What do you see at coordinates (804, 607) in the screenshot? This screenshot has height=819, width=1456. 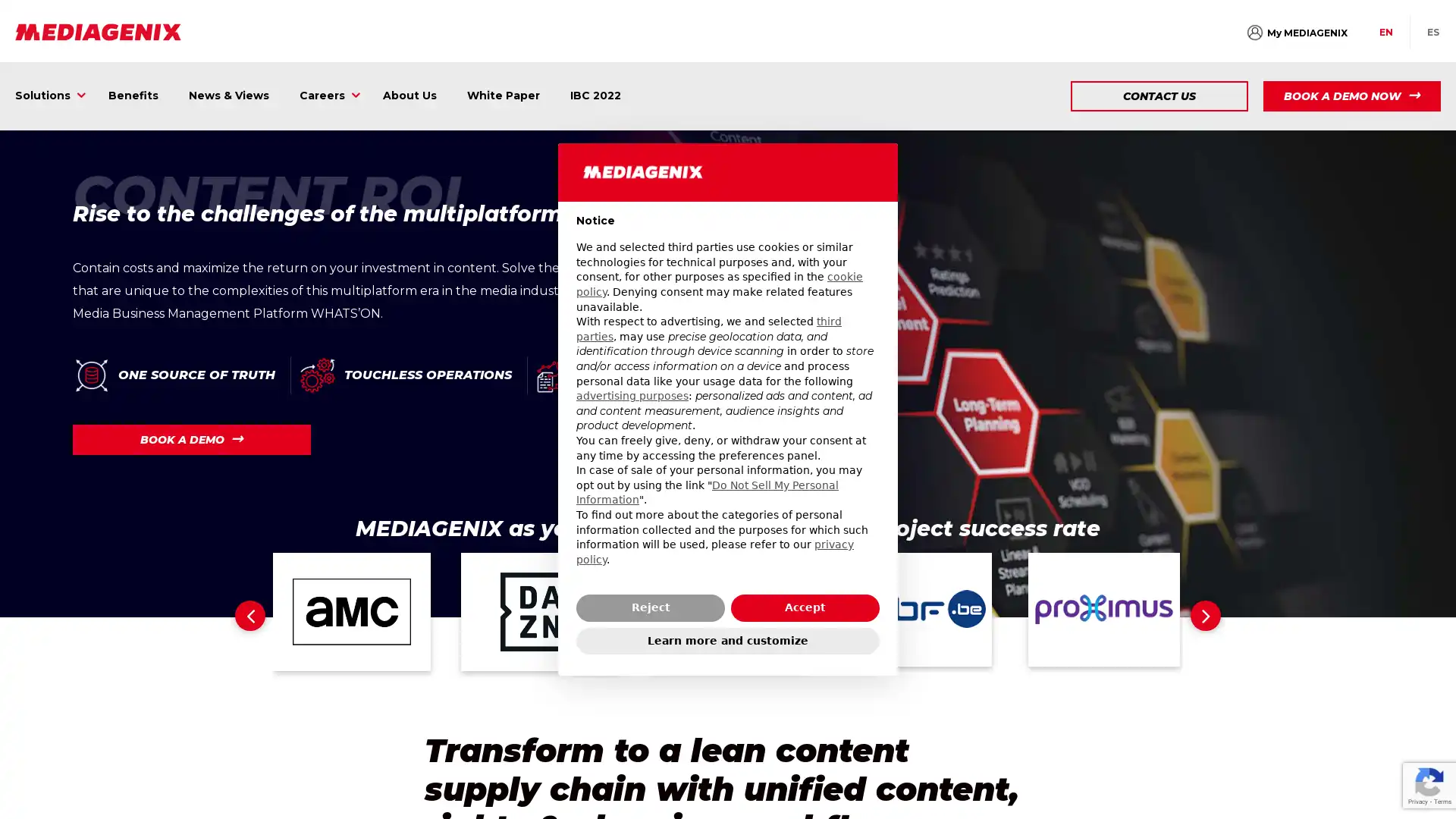 I see `Accept` at bounding box center [804, 607].